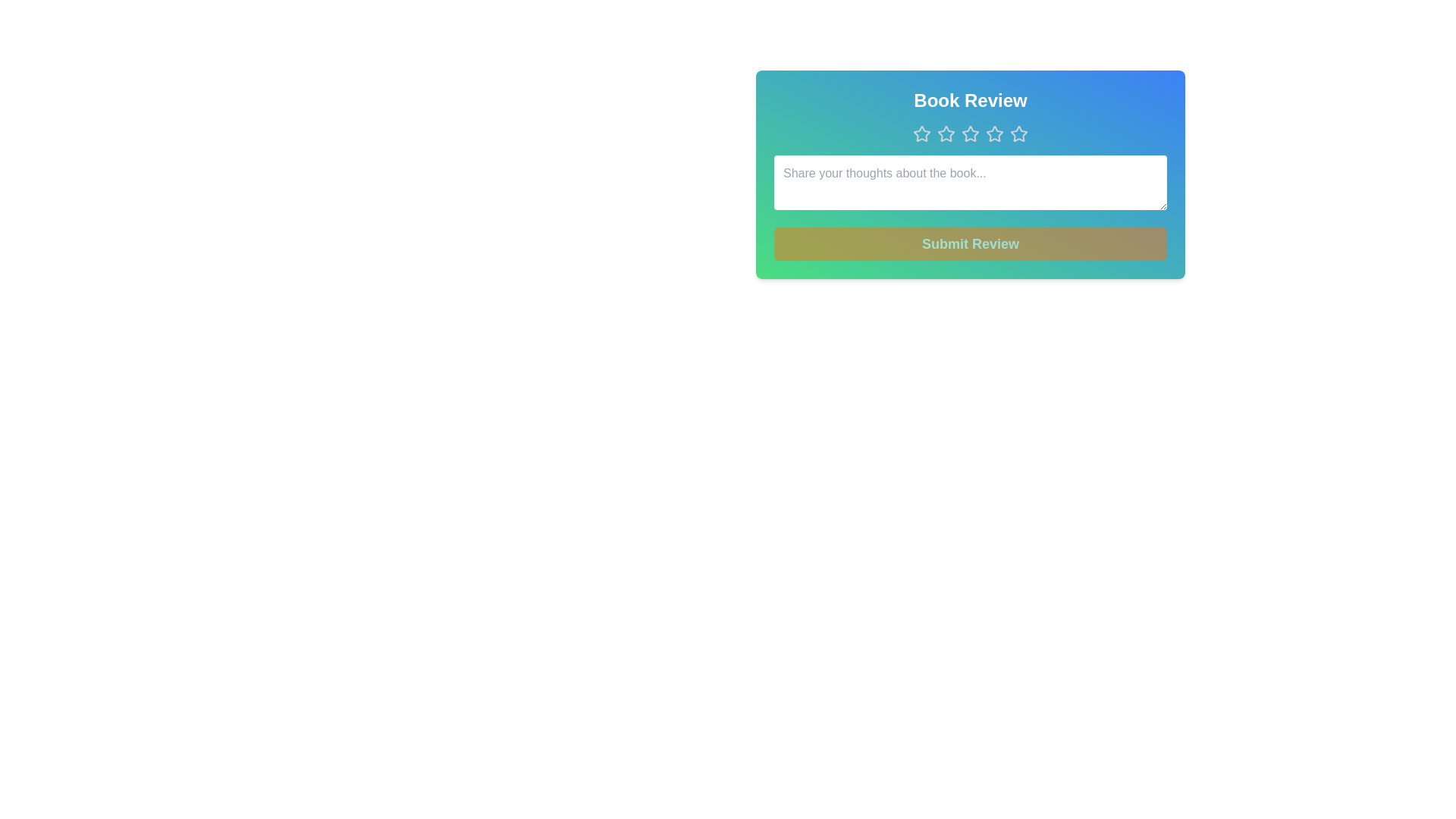  Describe the element at coordinates (946, 133) in the screenshot. I see `the star corresponding to the rating 2` at that location.